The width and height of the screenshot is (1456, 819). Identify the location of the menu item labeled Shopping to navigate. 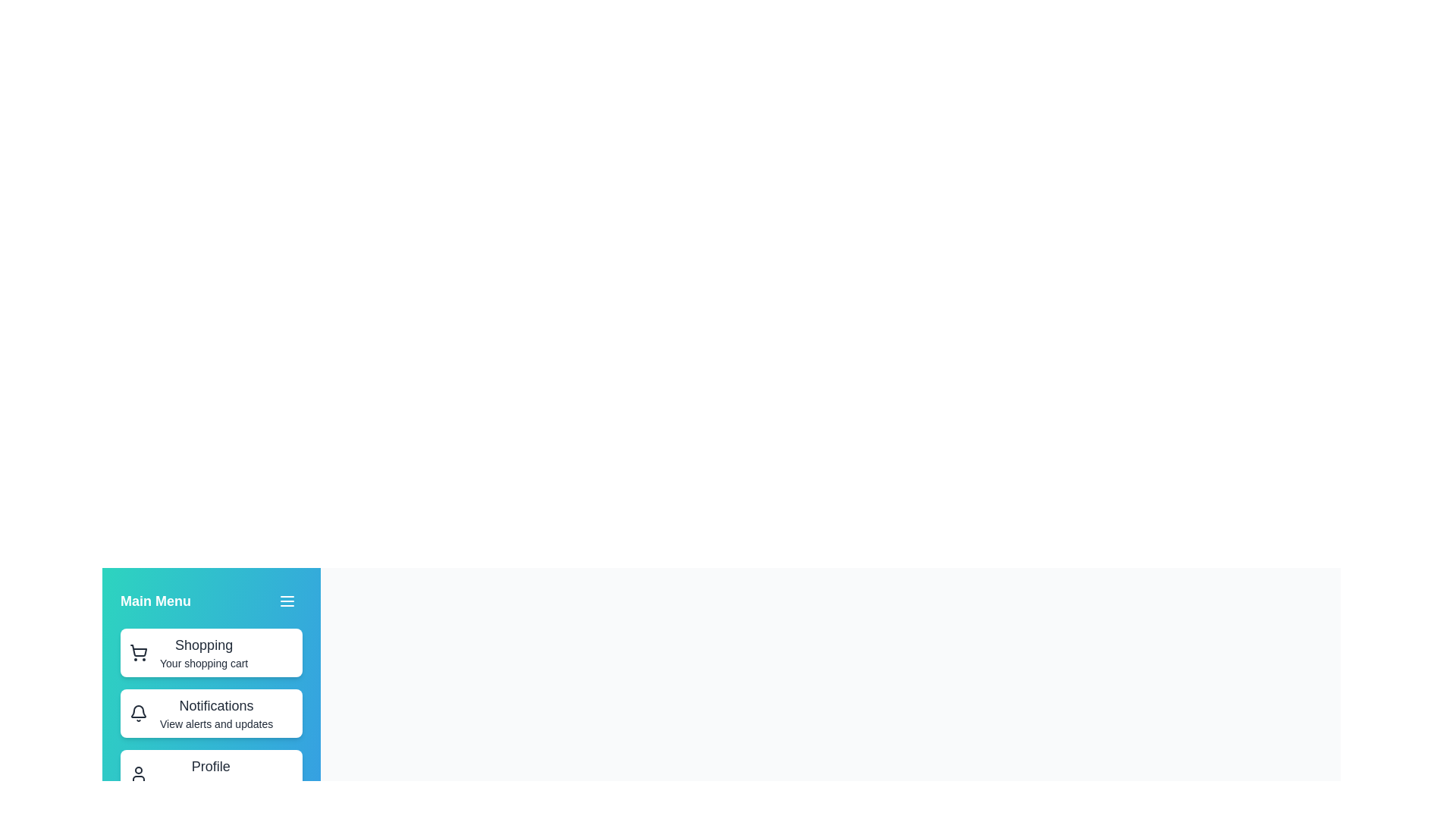
(210, 651).